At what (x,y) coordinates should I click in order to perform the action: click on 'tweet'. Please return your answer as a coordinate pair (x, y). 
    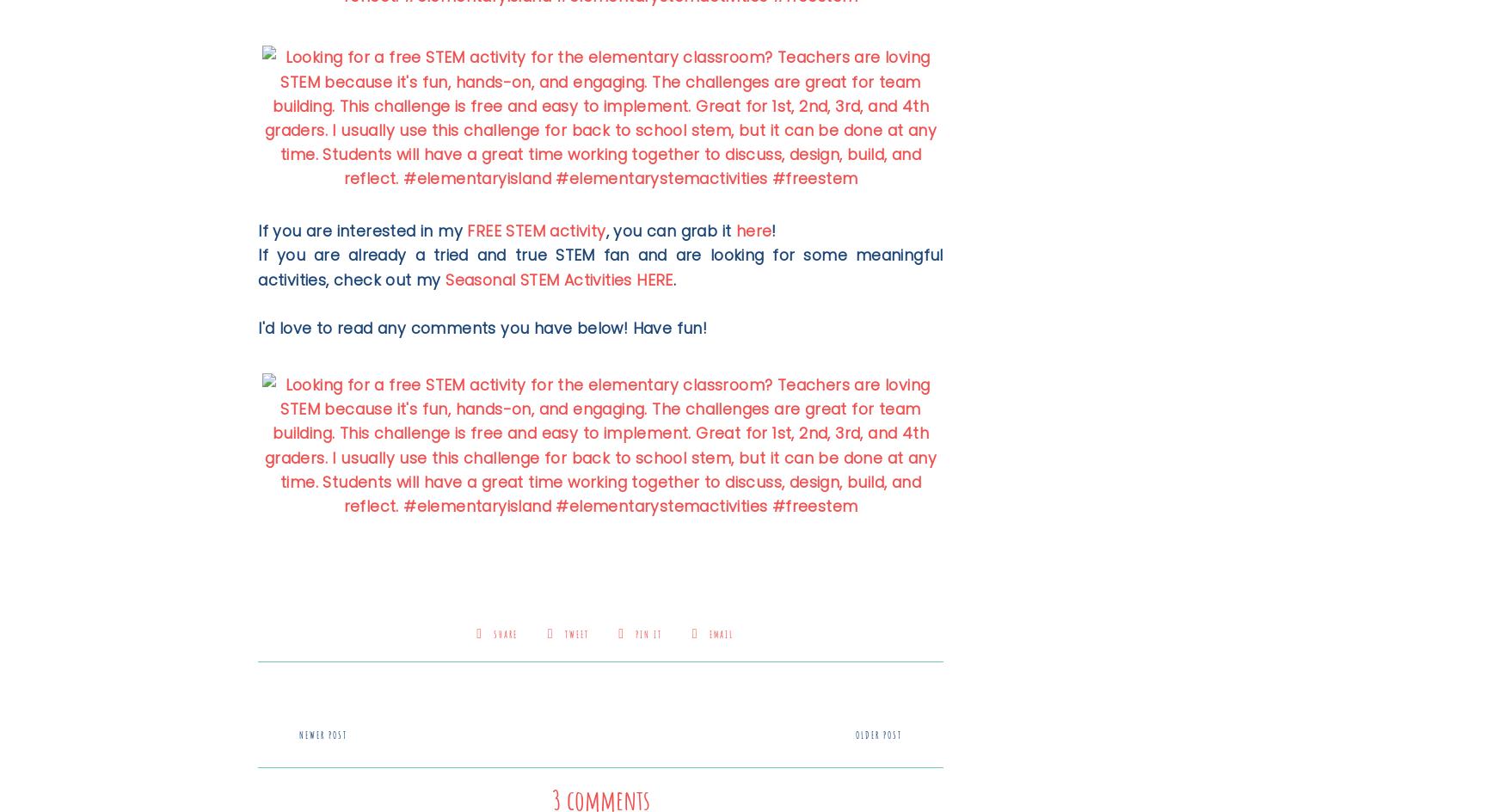
    Looking at the image, I should click on (575, 634).